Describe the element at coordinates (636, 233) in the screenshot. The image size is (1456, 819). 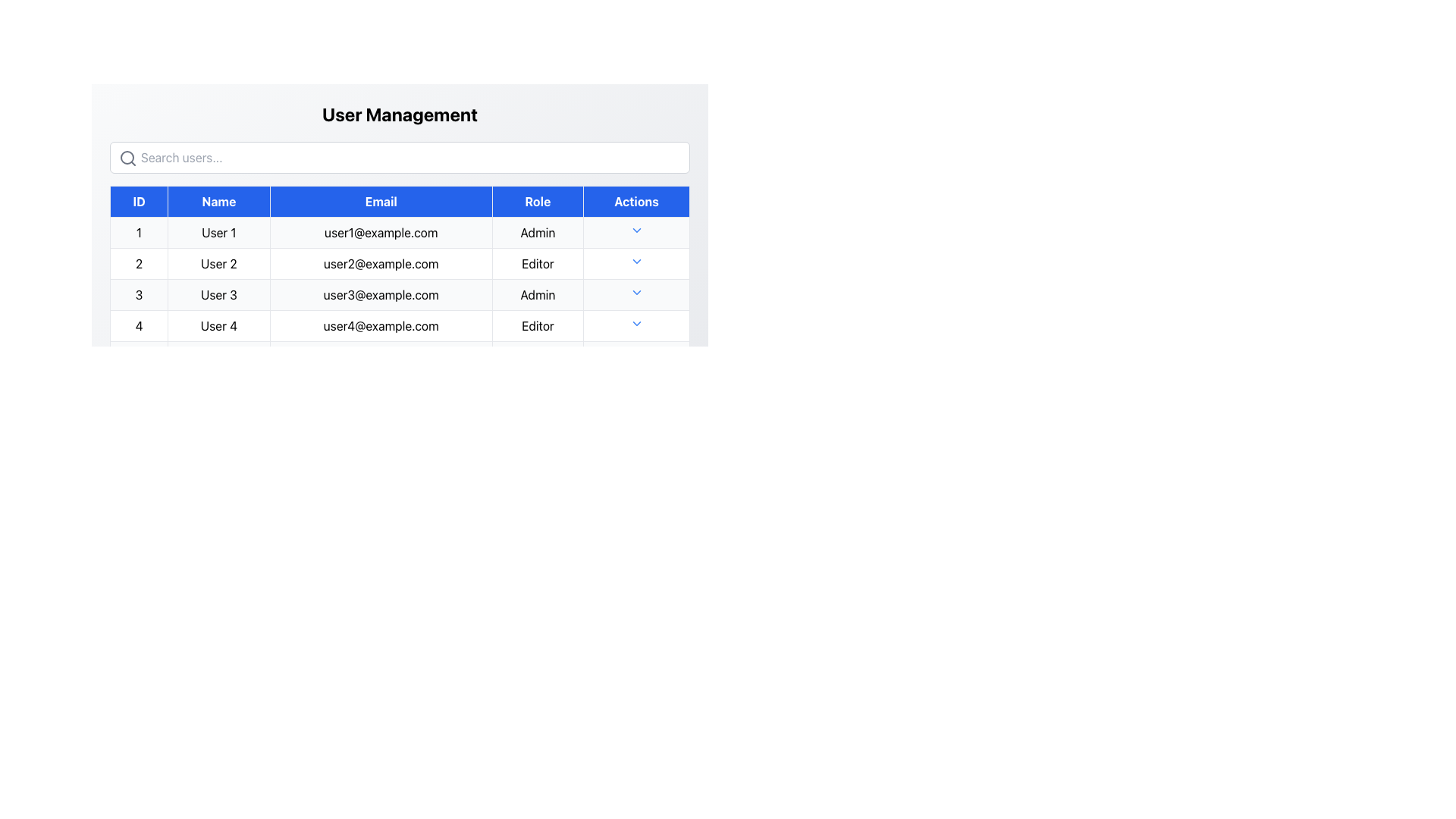
I see `the dropdown button in the last column of the first row of the user table, which corresponds to the user with ID 1 and email user1@example.com` at that location.